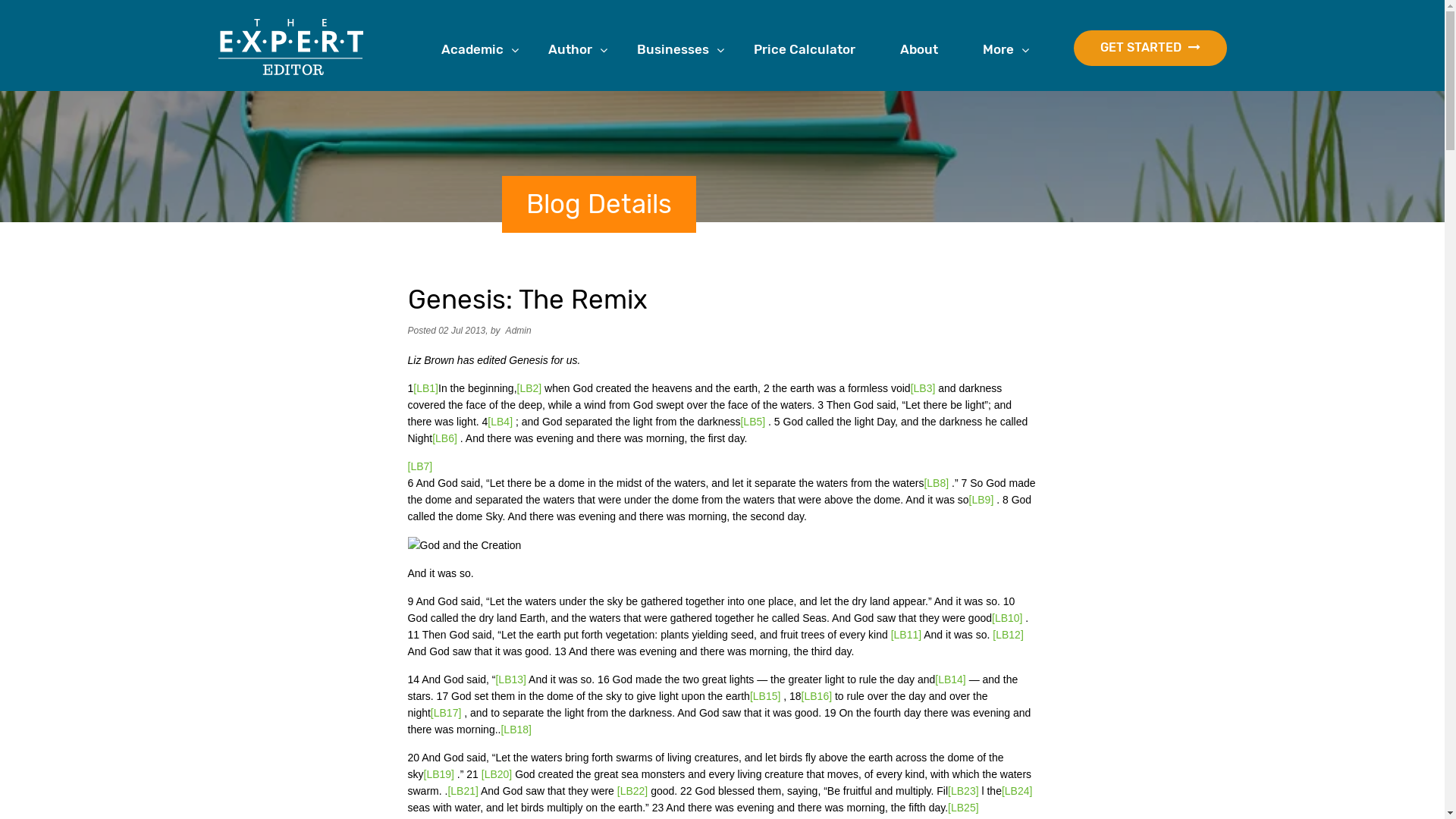  I want to click on '[LB13]', so click(510, 678).